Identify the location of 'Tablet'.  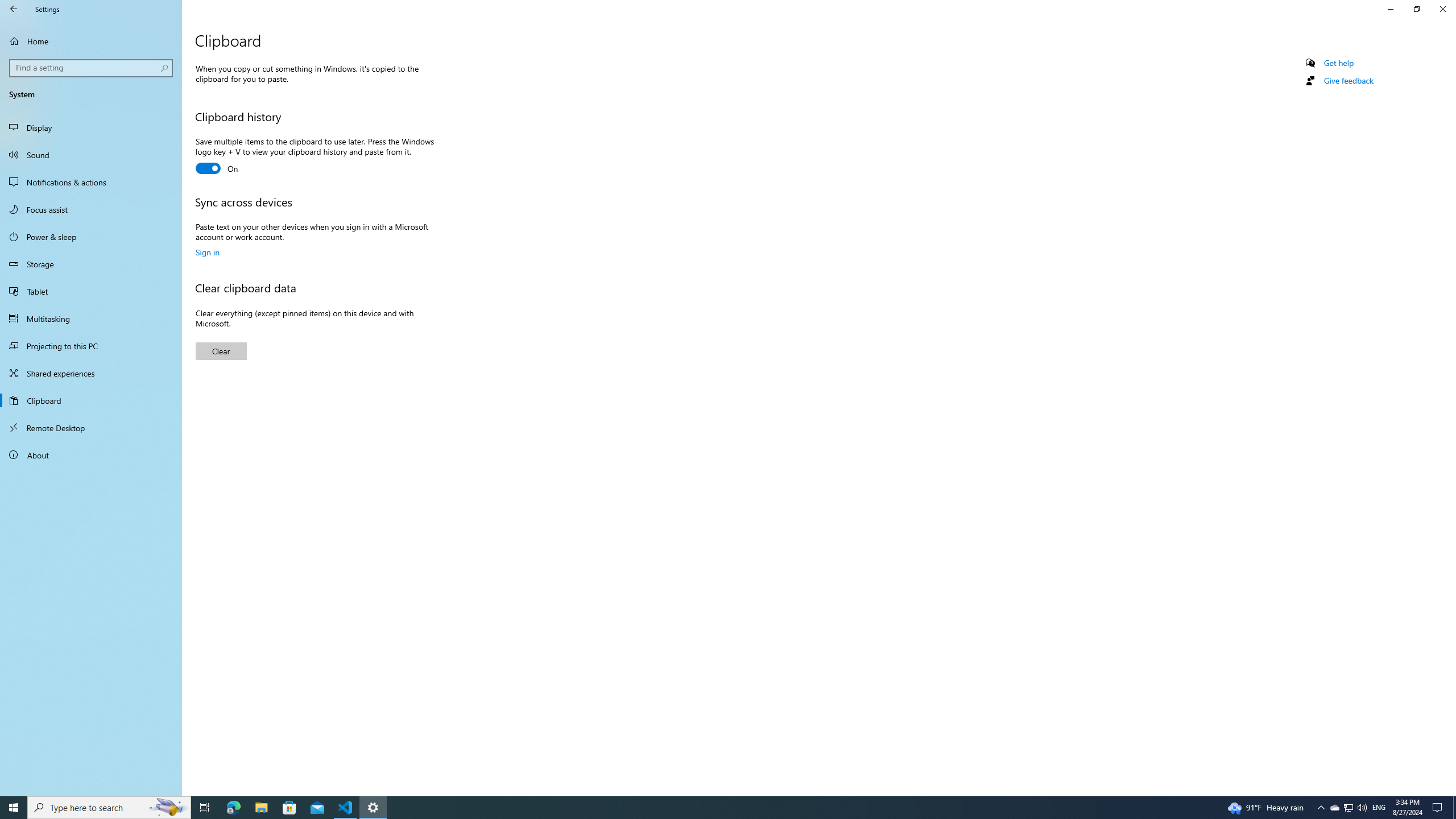
(90, 290).